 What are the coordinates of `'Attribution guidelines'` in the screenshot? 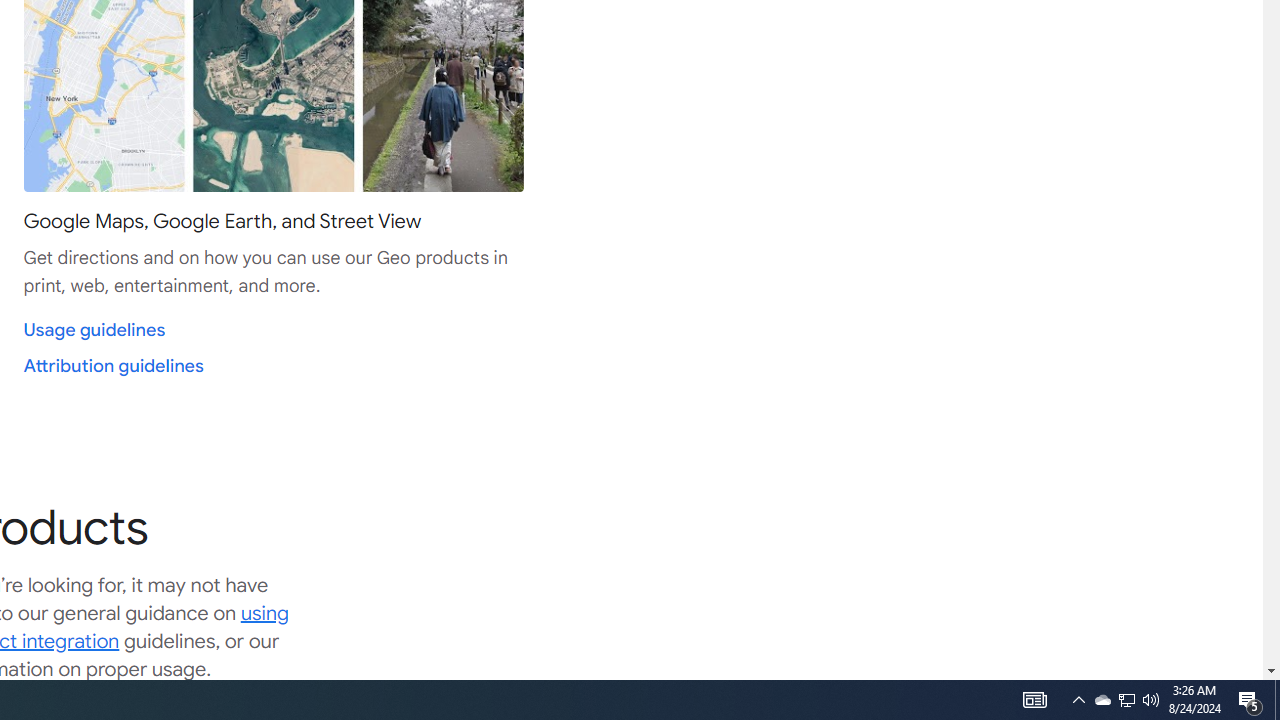 It's located at (112, 366).